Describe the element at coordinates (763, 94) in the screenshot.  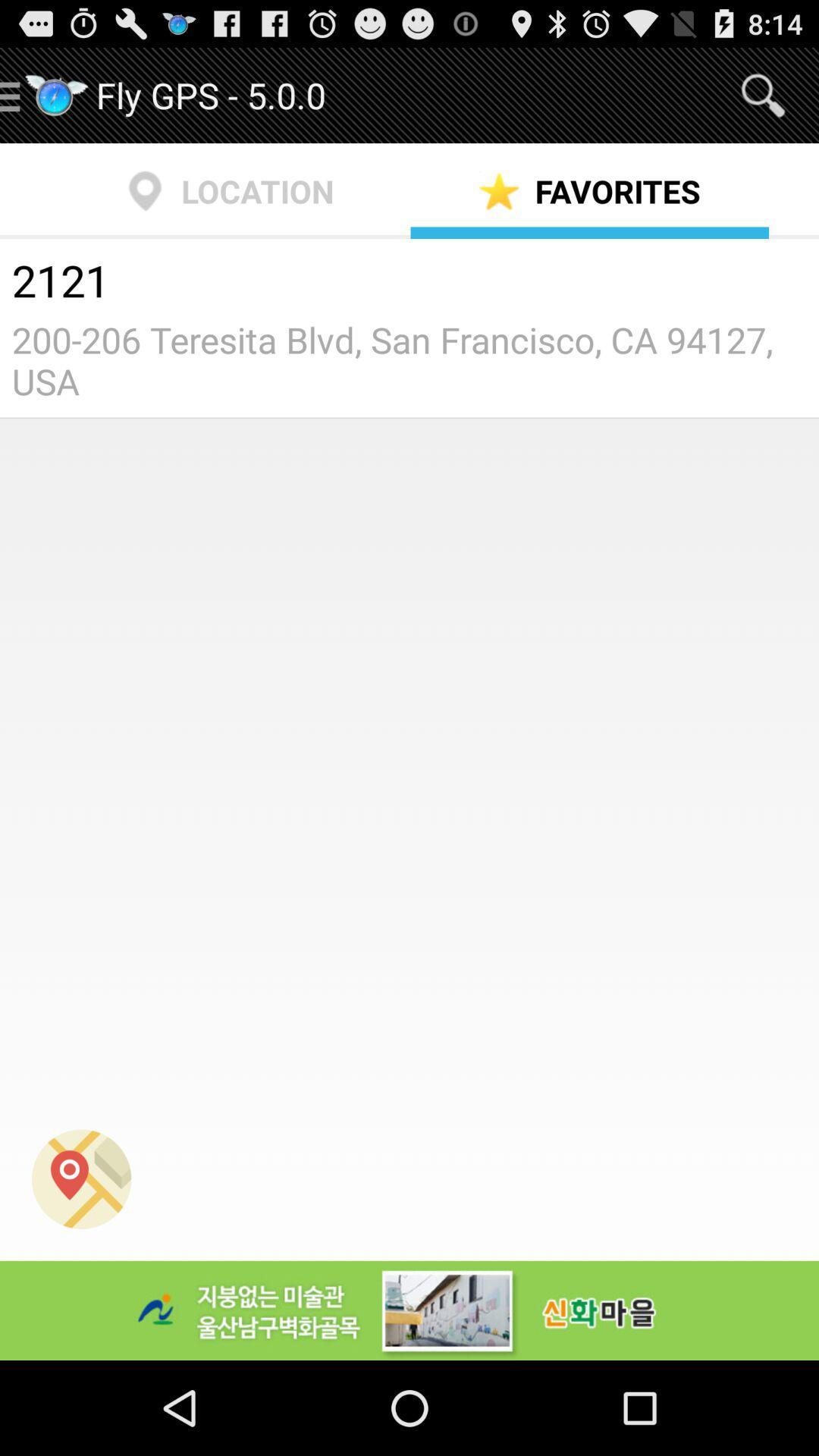
I see `item to the right of the fly gps 5 item` at that location.